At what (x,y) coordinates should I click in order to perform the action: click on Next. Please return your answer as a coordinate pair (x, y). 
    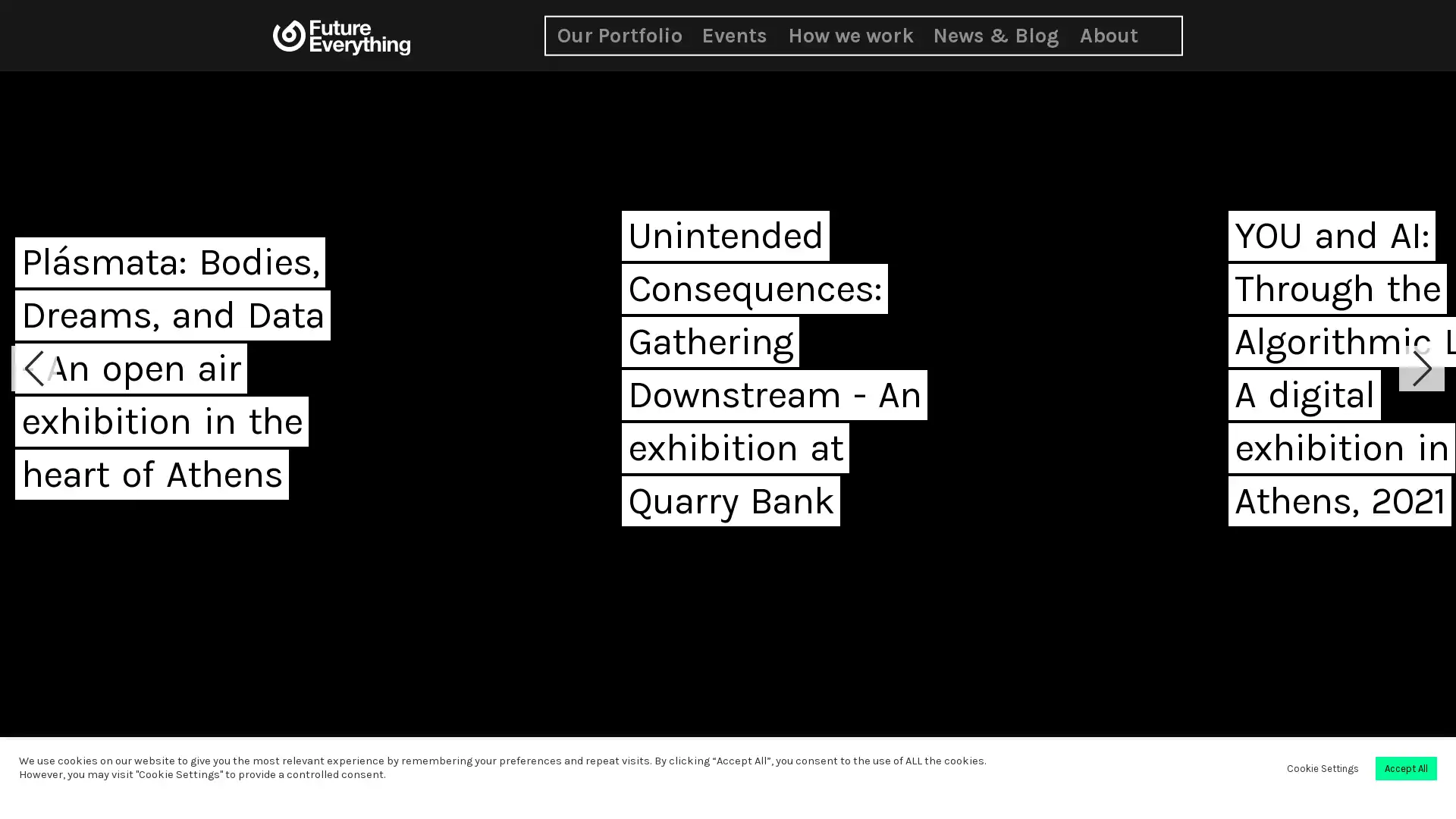
    Looking at the image, I should click on (1421, 369).